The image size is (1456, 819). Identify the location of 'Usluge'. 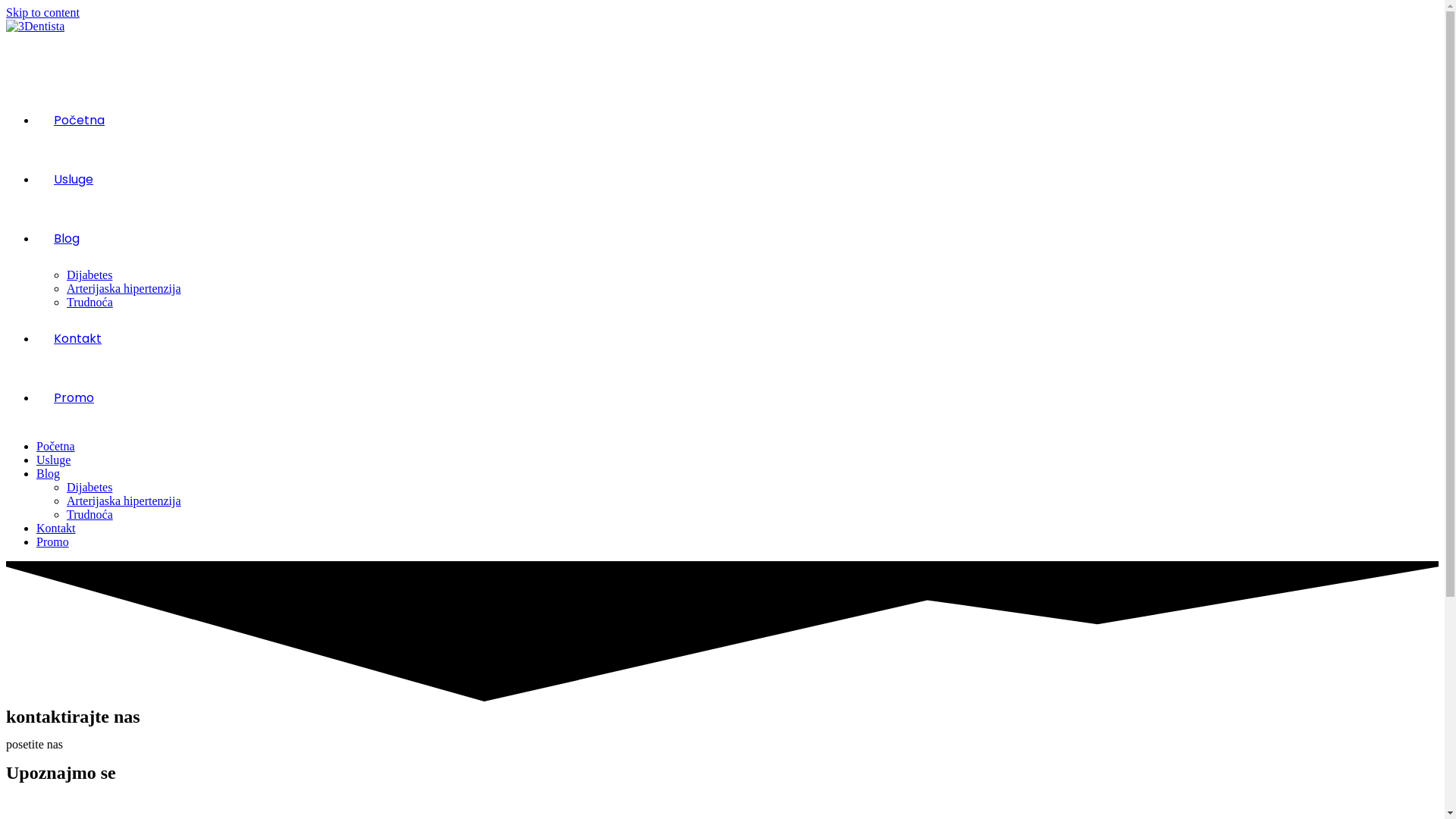
(36, 178).